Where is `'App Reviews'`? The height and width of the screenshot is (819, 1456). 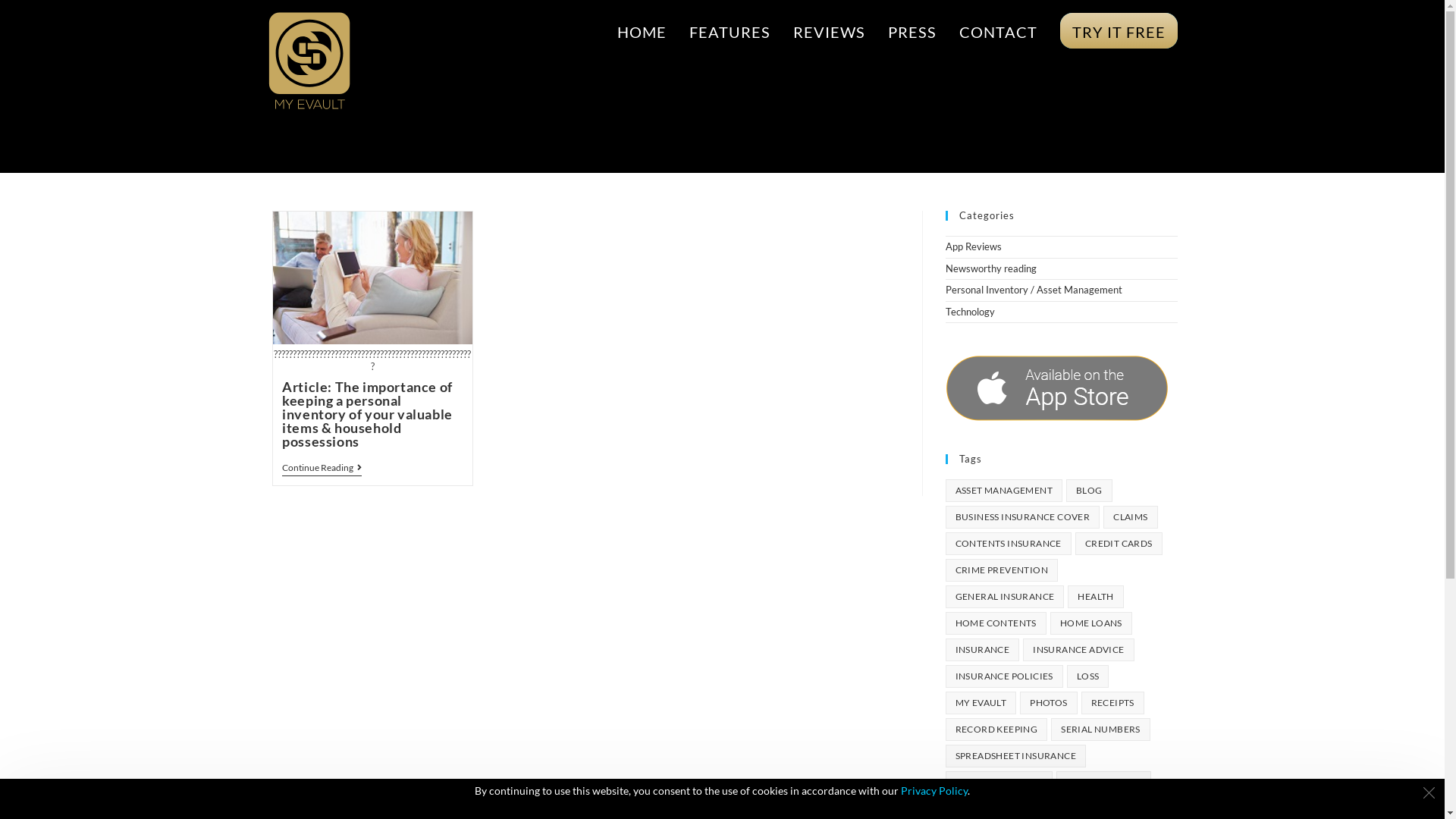
'App Reviews' is located at coordinates (972, 245).